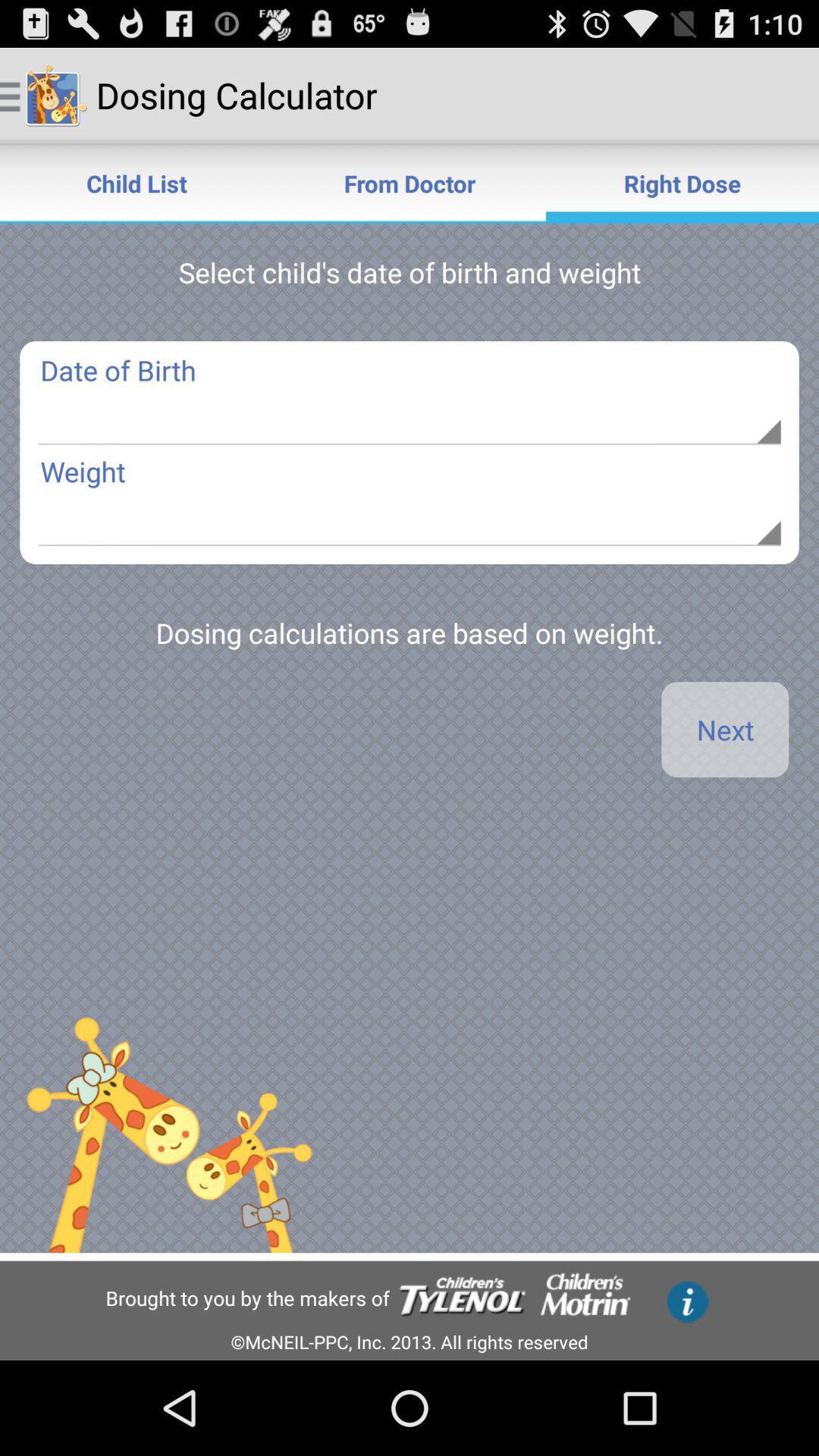 The height and width of the screenshot is (1456, 819). I want to click on item next to the from doctor icon, so click(681, 182).